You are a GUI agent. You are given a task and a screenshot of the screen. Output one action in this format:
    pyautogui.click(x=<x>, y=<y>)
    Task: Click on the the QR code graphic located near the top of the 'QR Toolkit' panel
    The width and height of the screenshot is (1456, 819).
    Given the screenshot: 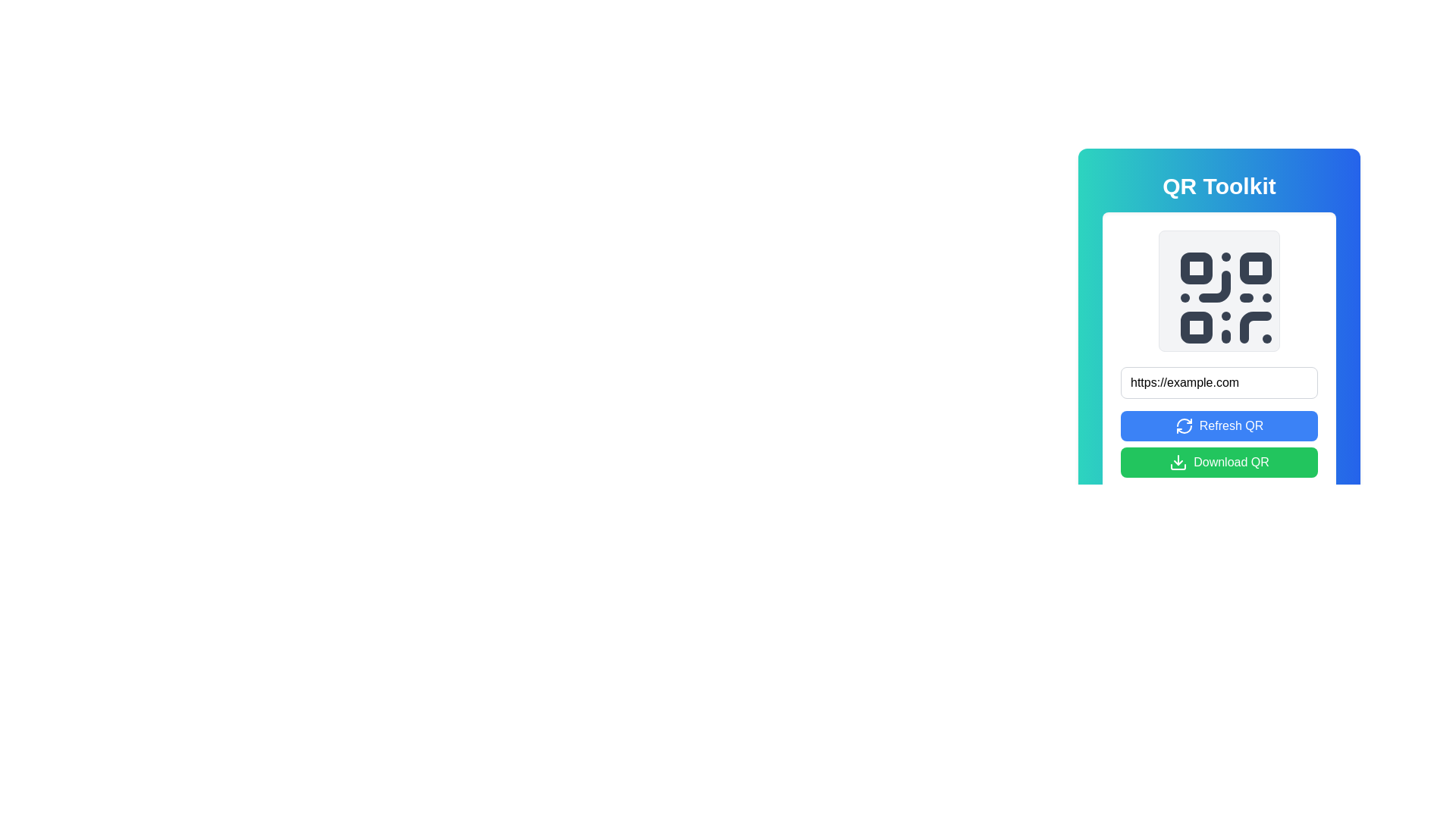 What is the action you would take?
    pyautogui.click(x=1219, y=291)
    